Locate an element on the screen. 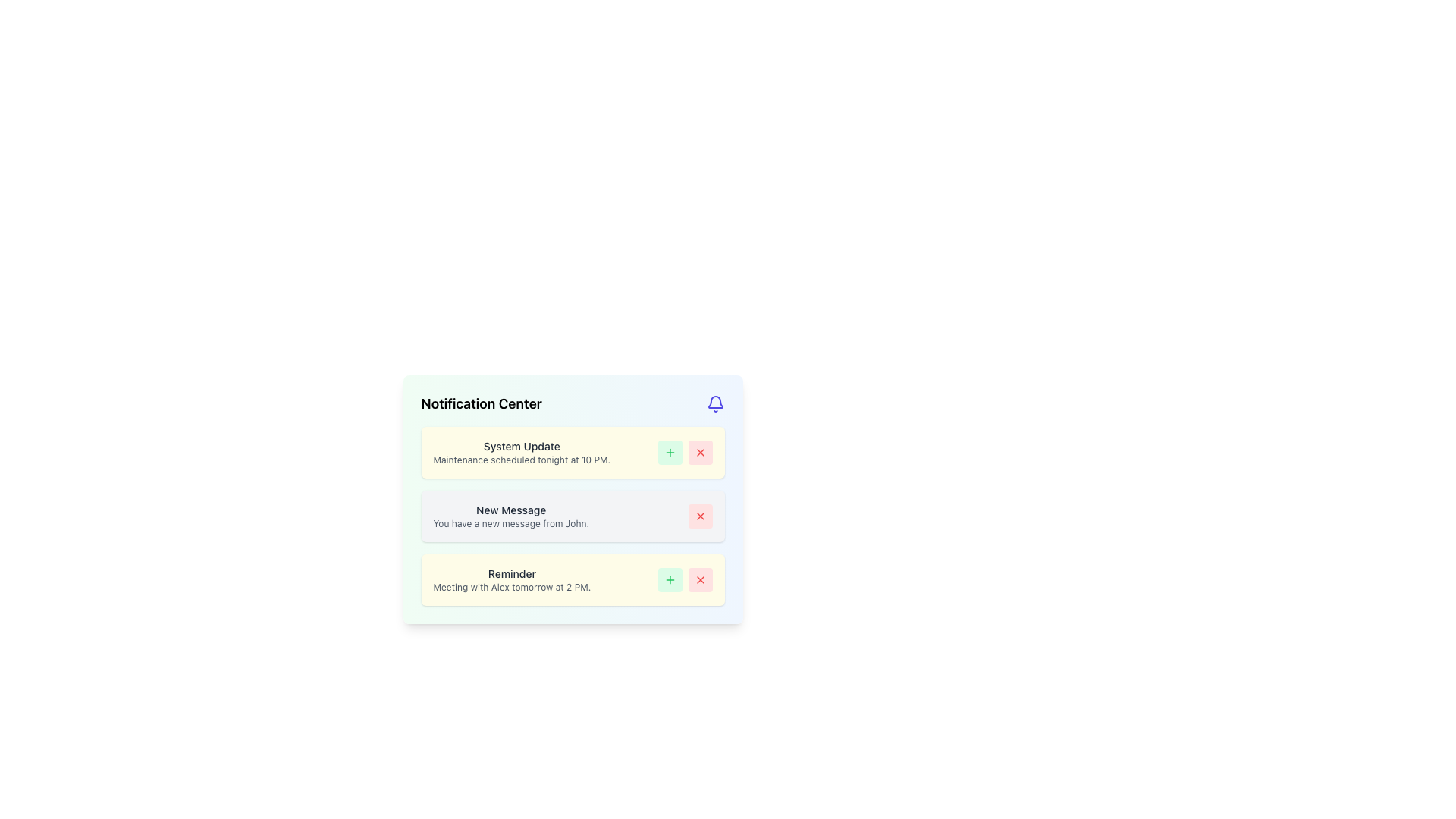 This screenshot has width=1456, height=819. the red 'X' icon button located in the second 'New Message' notification card on the right side is located at coordinates (699, 516).